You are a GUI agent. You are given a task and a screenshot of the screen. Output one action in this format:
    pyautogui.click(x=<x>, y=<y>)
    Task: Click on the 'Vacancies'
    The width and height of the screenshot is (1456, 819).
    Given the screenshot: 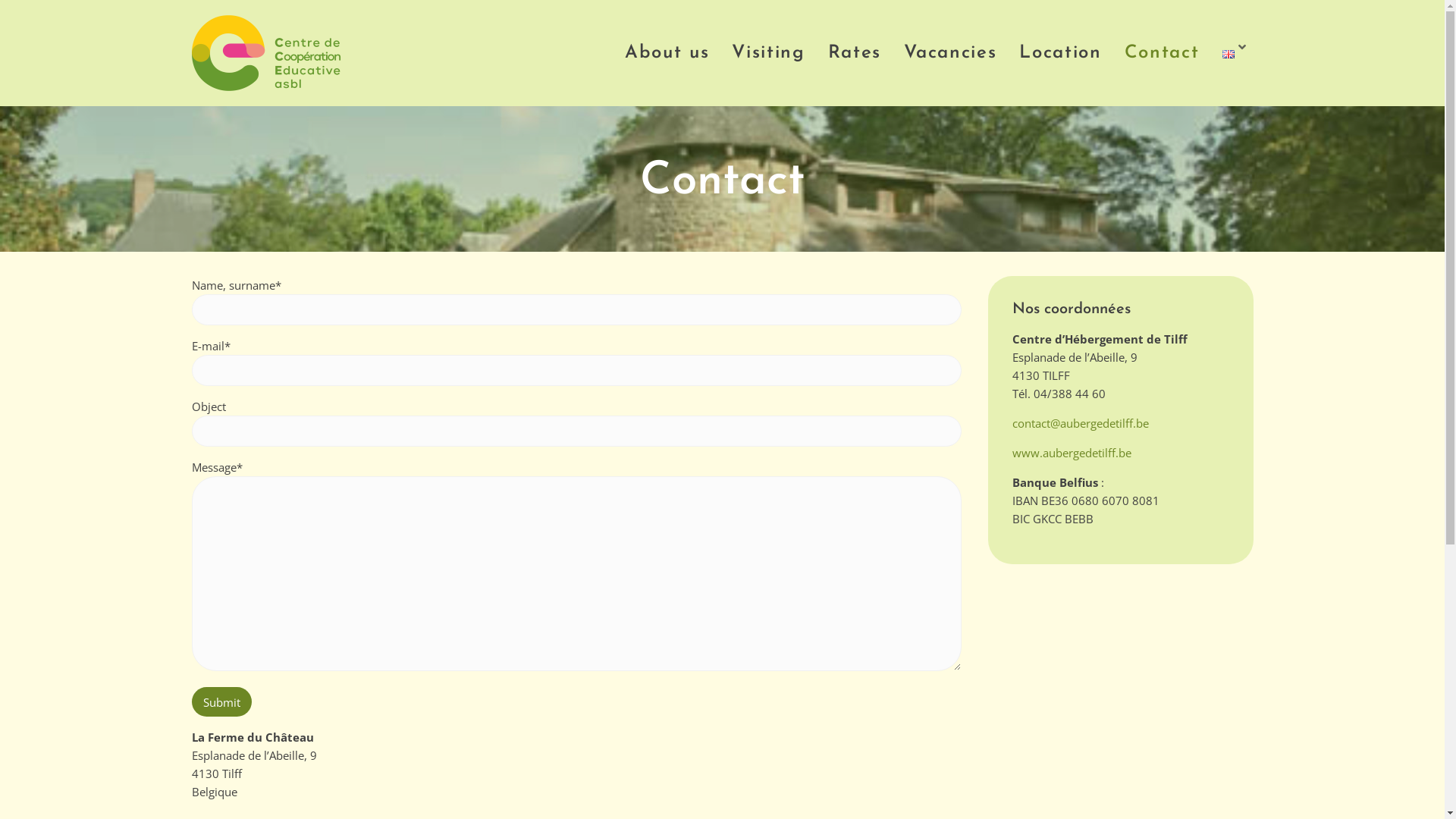 What is the action you would take?
    pyautogui.click(x=949, y=52)
    